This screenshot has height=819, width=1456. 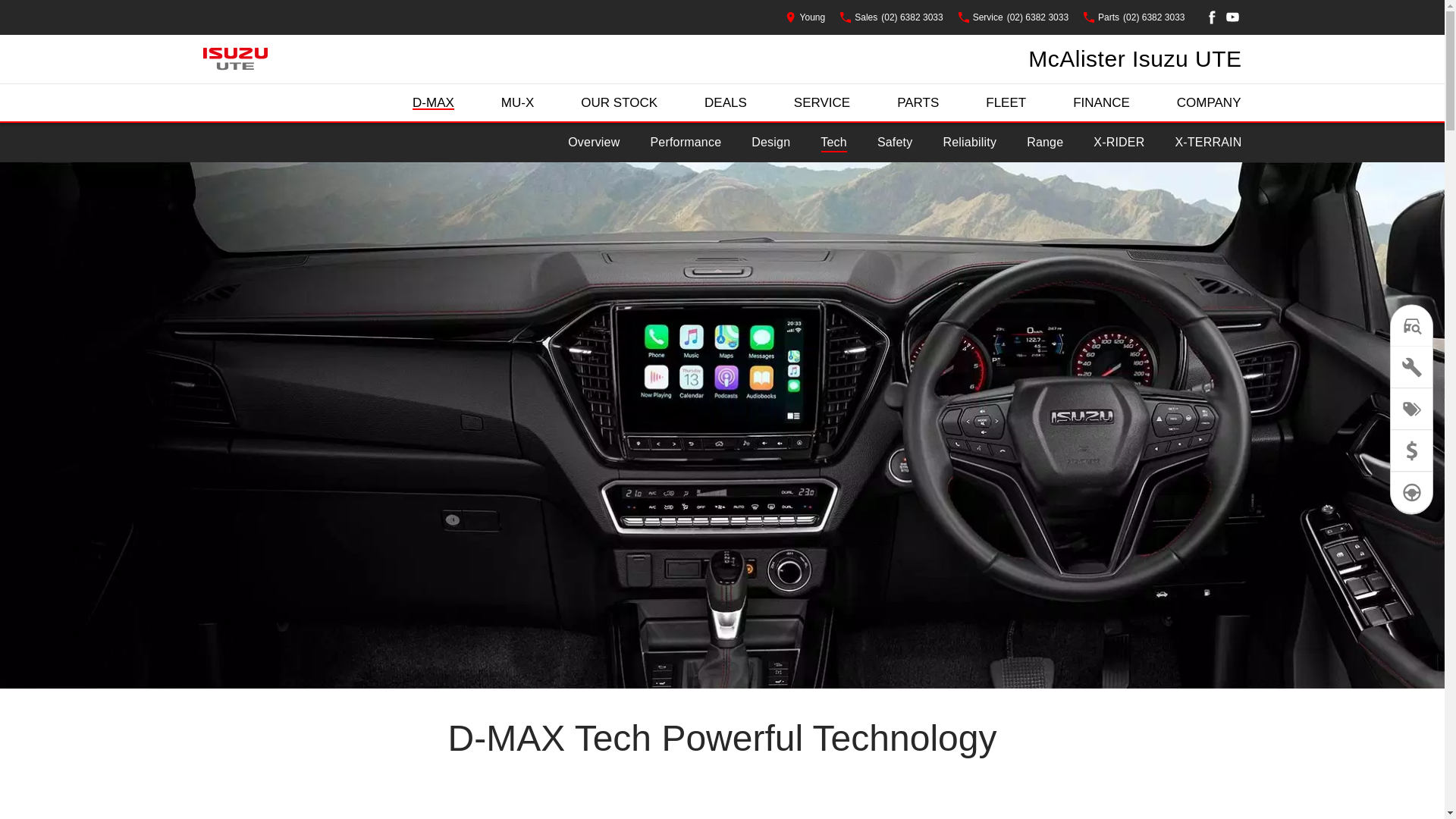 What do you see at coordinates (917, 102) in the screenshot?
I see `'PARTS'` at bounding box center [917, 102].